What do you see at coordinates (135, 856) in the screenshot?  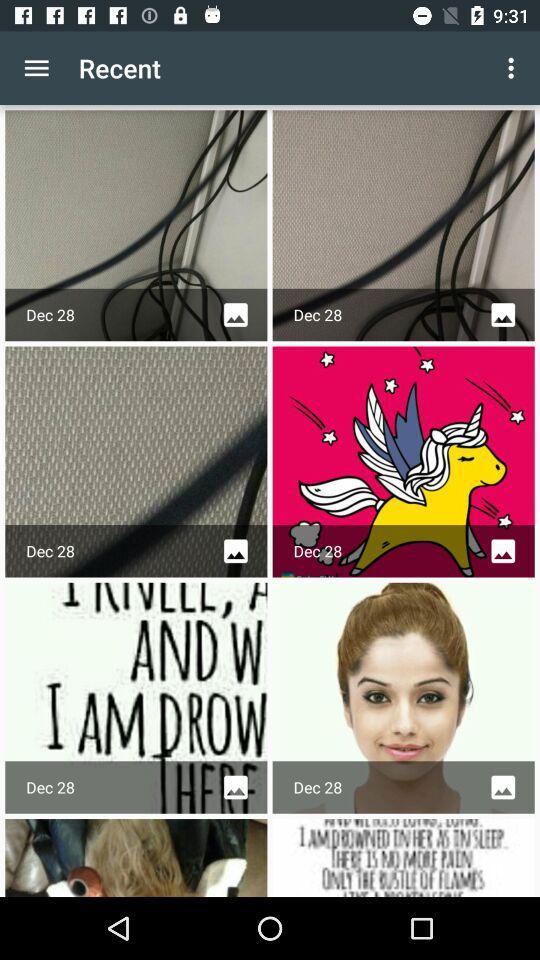 I see `tap on the image at bottom left` at bounding box center [135, 856].